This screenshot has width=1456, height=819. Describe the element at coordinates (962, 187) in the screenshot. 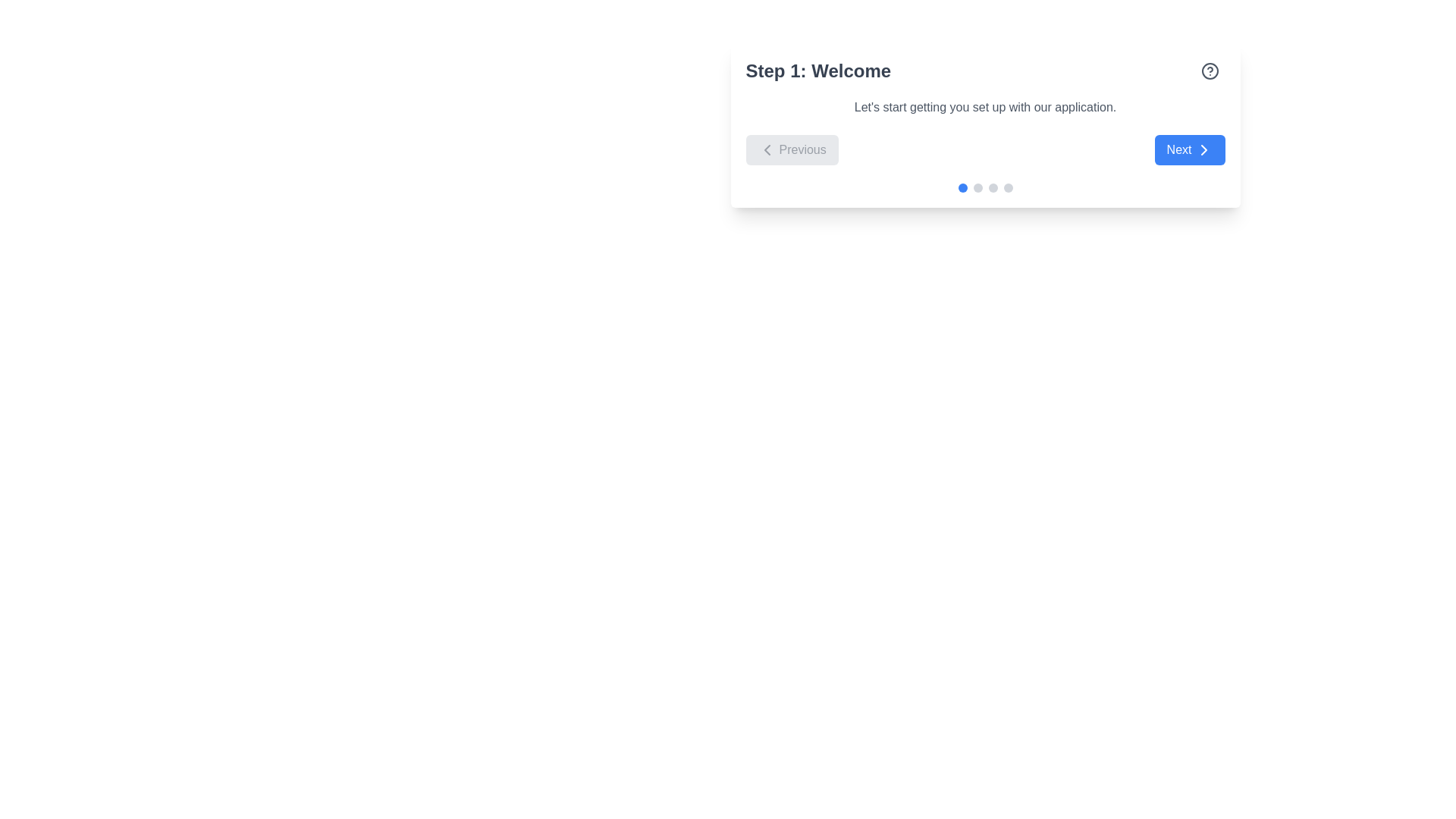

I see `the first blue circular pagination indicator in the bottom-center of the card, which signifies its active or selected status among other gray indicators` at that location.